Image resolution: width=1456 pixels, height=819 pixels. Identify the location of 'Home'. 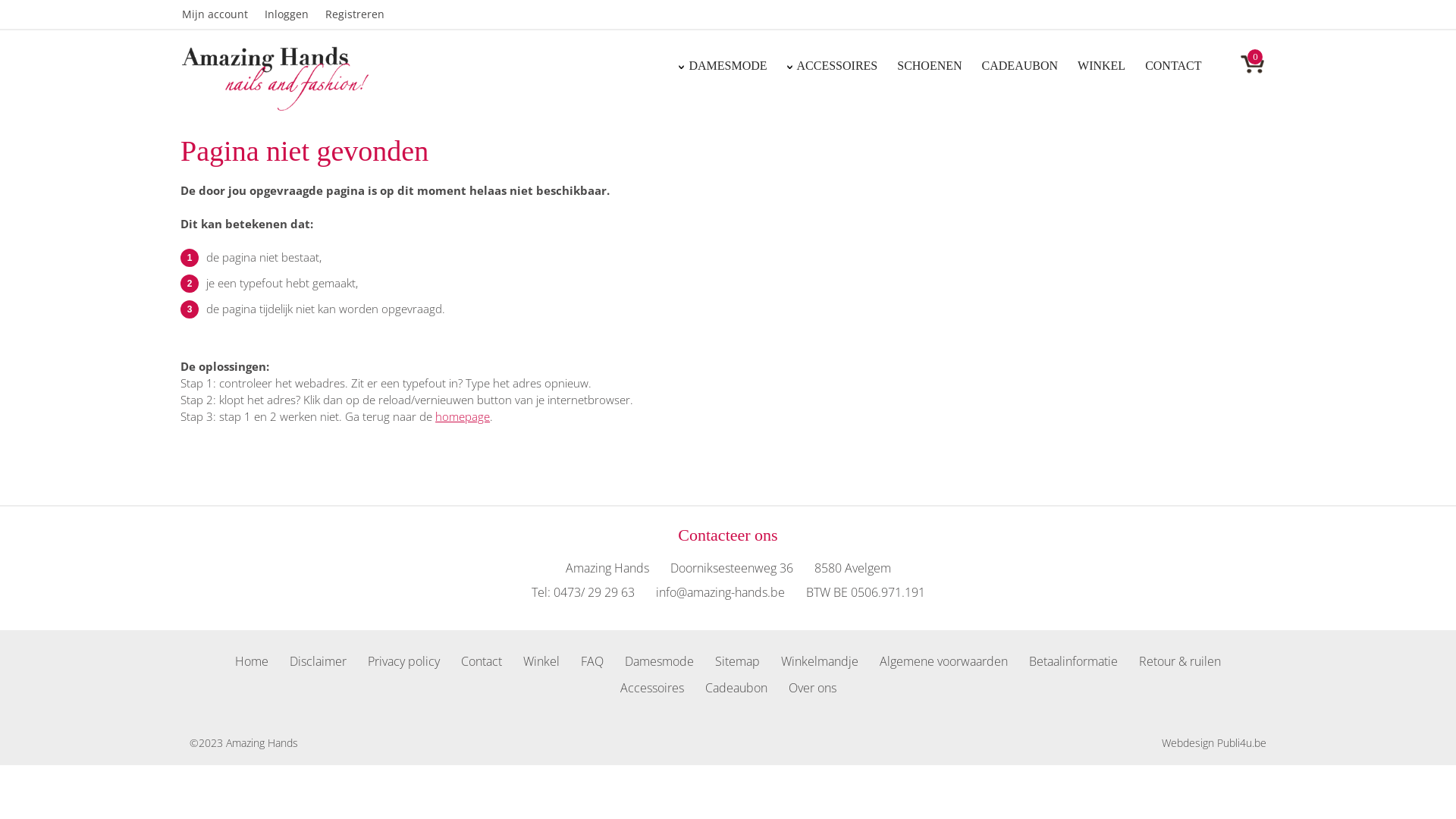
(251, 657).